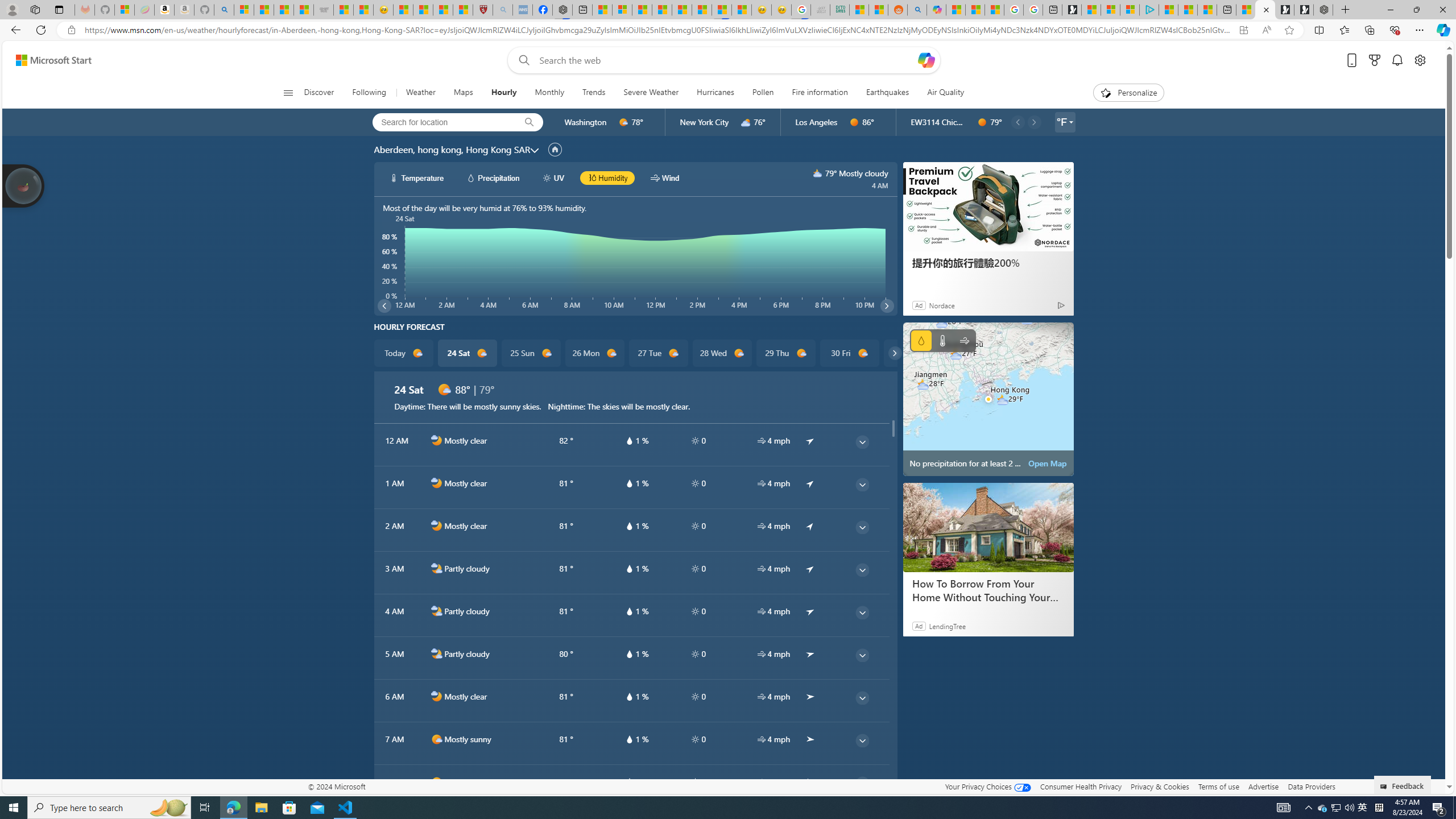  What do you see at coordinates (695, 781) in the screenshot?
I see `'hourlyTable/uv'` at bounding box center [695, 781].